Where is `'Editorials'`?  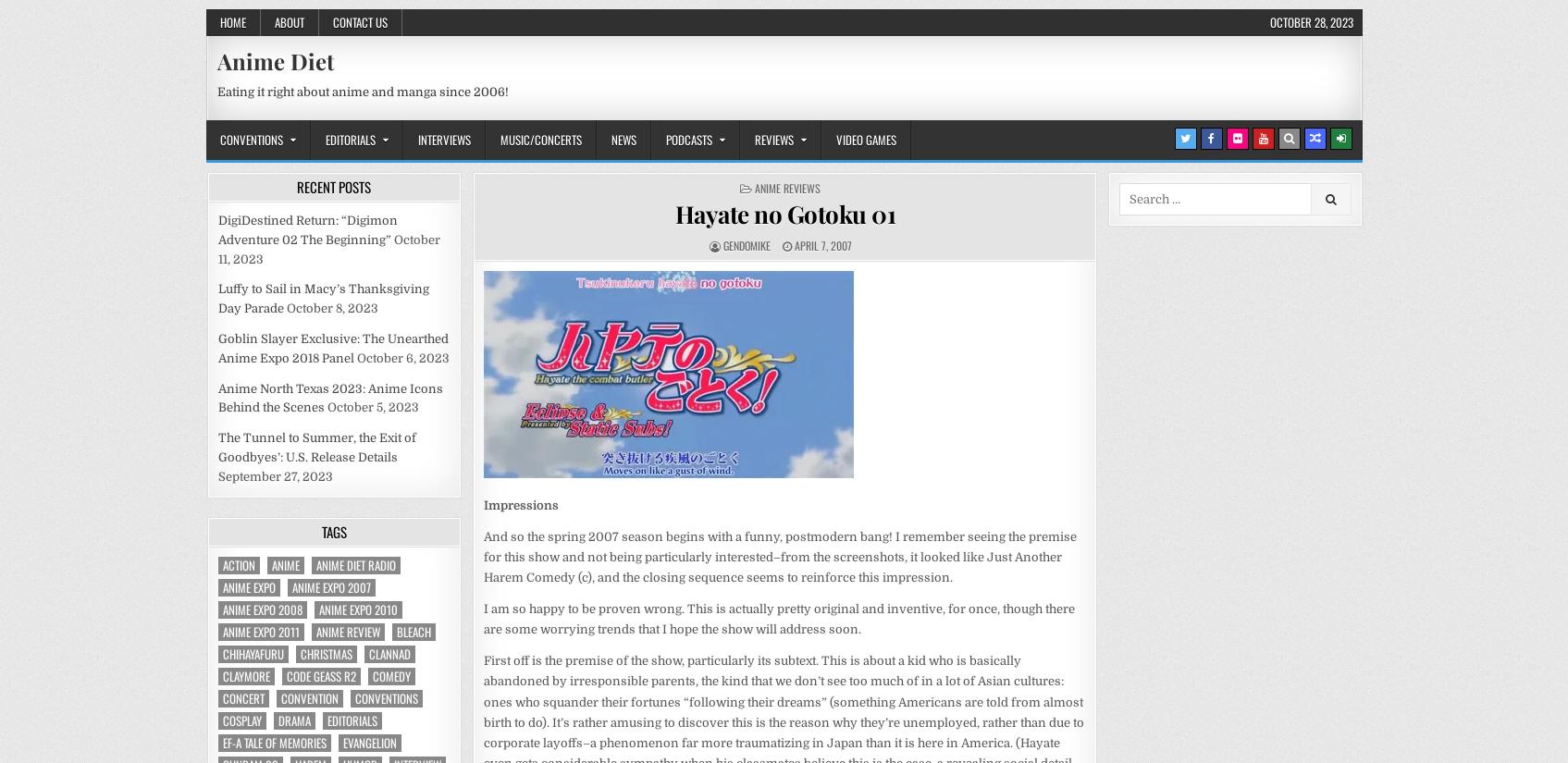
'Editorials' is located at coordinates (326, 718).